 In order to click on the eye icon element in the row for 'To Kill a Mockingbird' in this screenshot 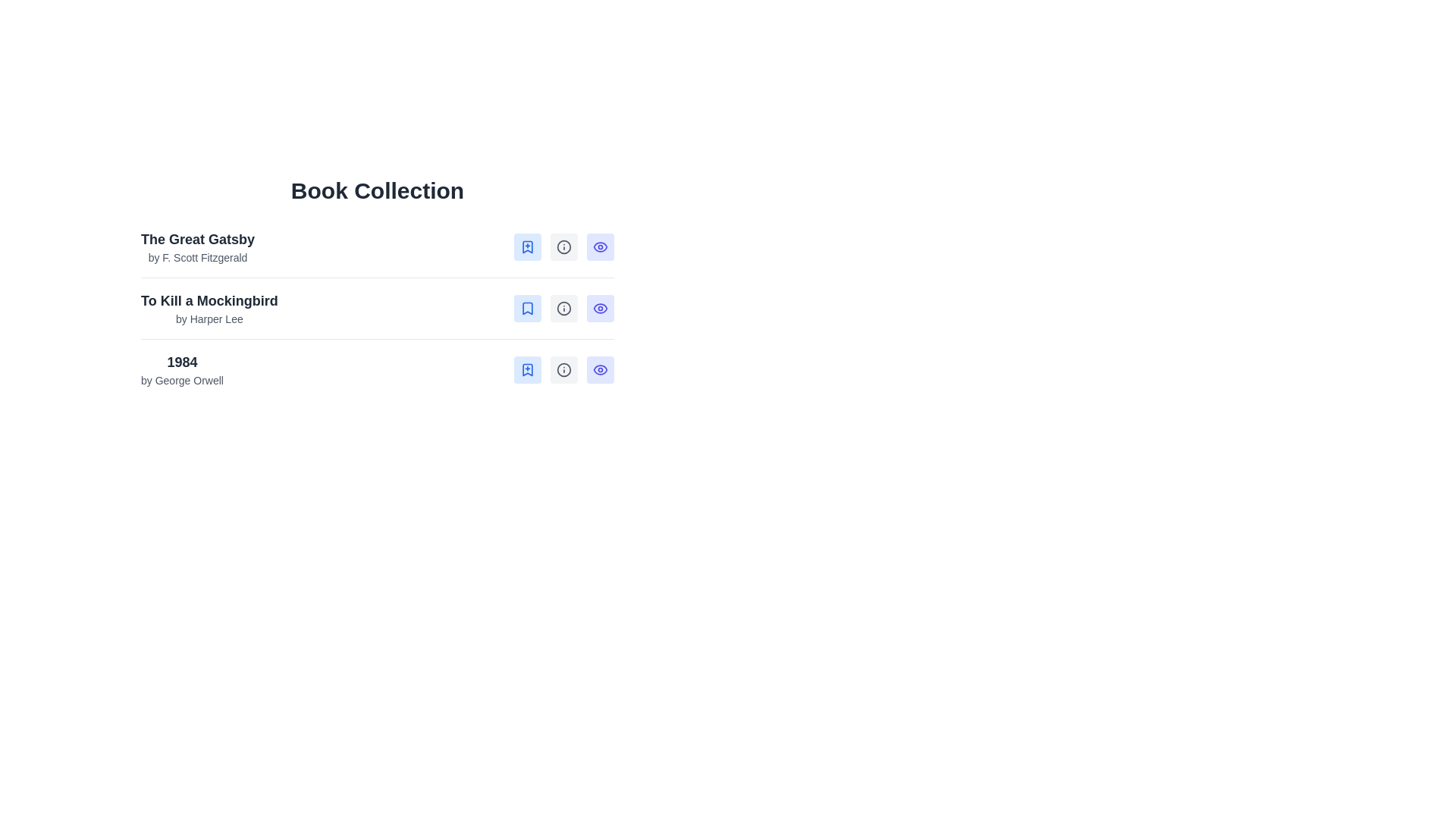, I will do `click(600, 308)`.